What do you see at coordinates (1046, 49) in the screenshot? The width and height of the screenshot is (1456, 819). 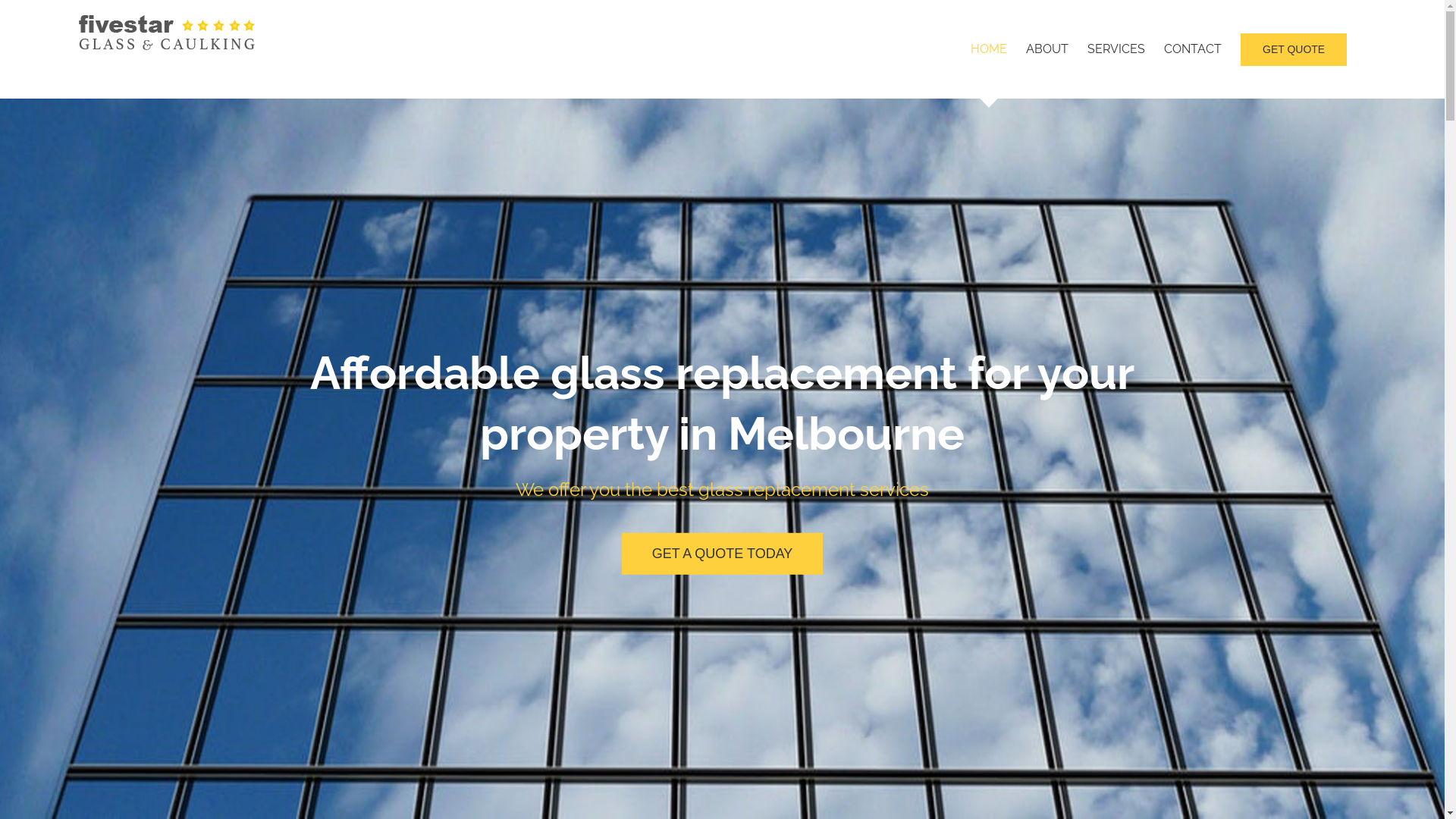 I see `'ABOUT'` at bounding box center [1046, 49].